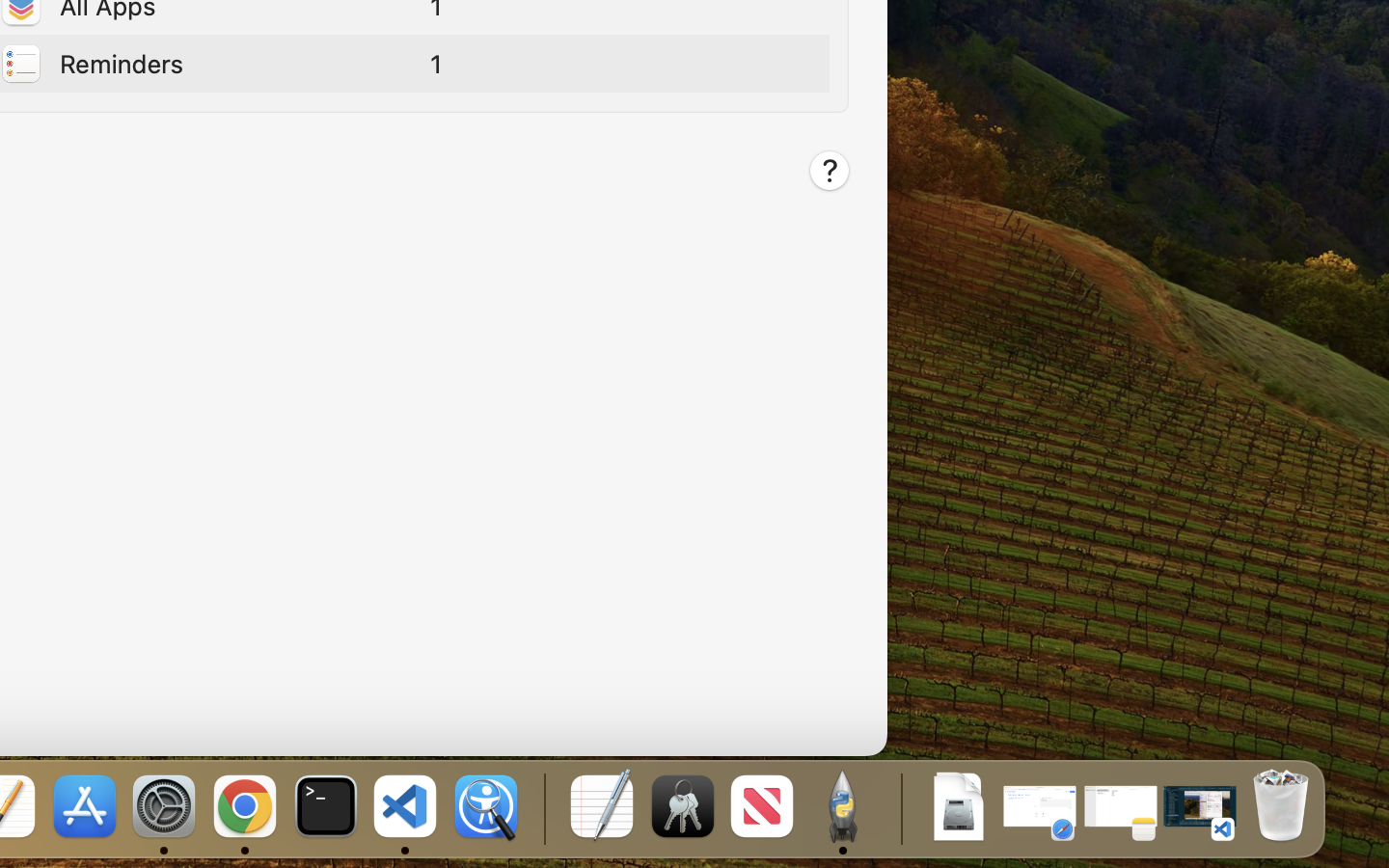 This screenshot has width=1389, height=868. I want to click on '0.4285714328289032', so click(542, 807).